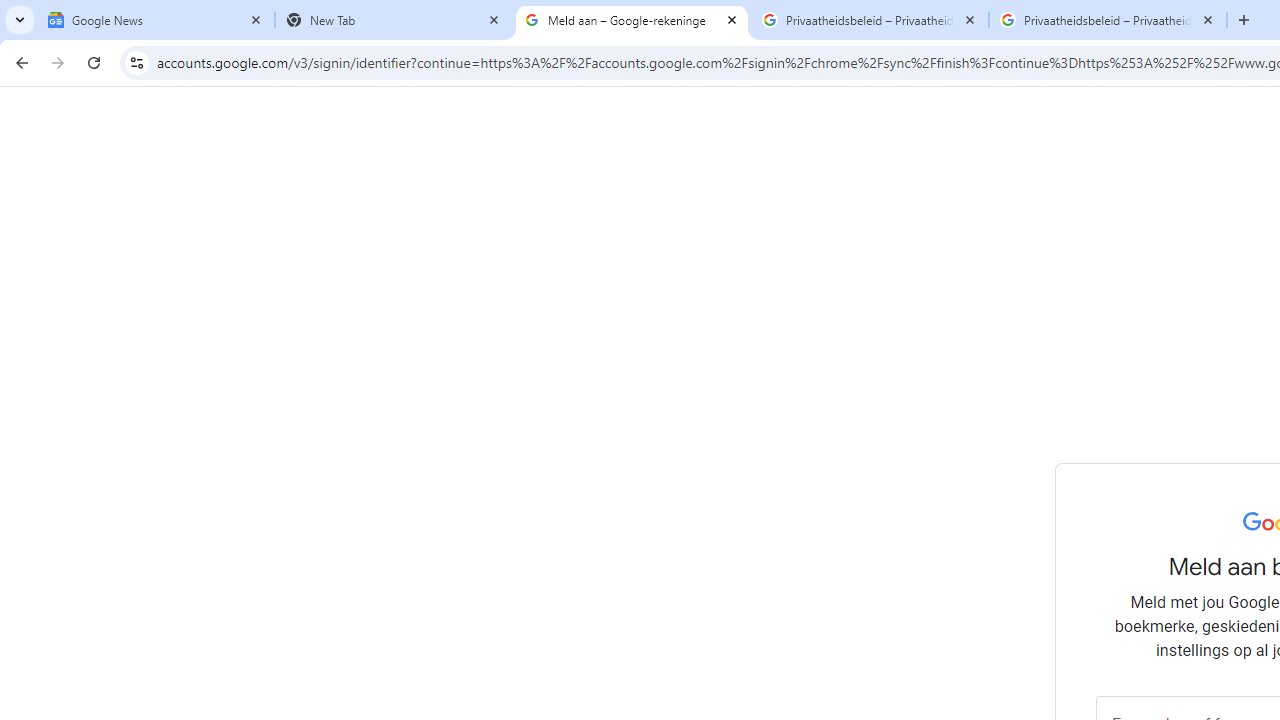  What do you see at coordinates (394, 20) in the screenshot?
I see `'New Tab'` at bounding box center [394, 20].